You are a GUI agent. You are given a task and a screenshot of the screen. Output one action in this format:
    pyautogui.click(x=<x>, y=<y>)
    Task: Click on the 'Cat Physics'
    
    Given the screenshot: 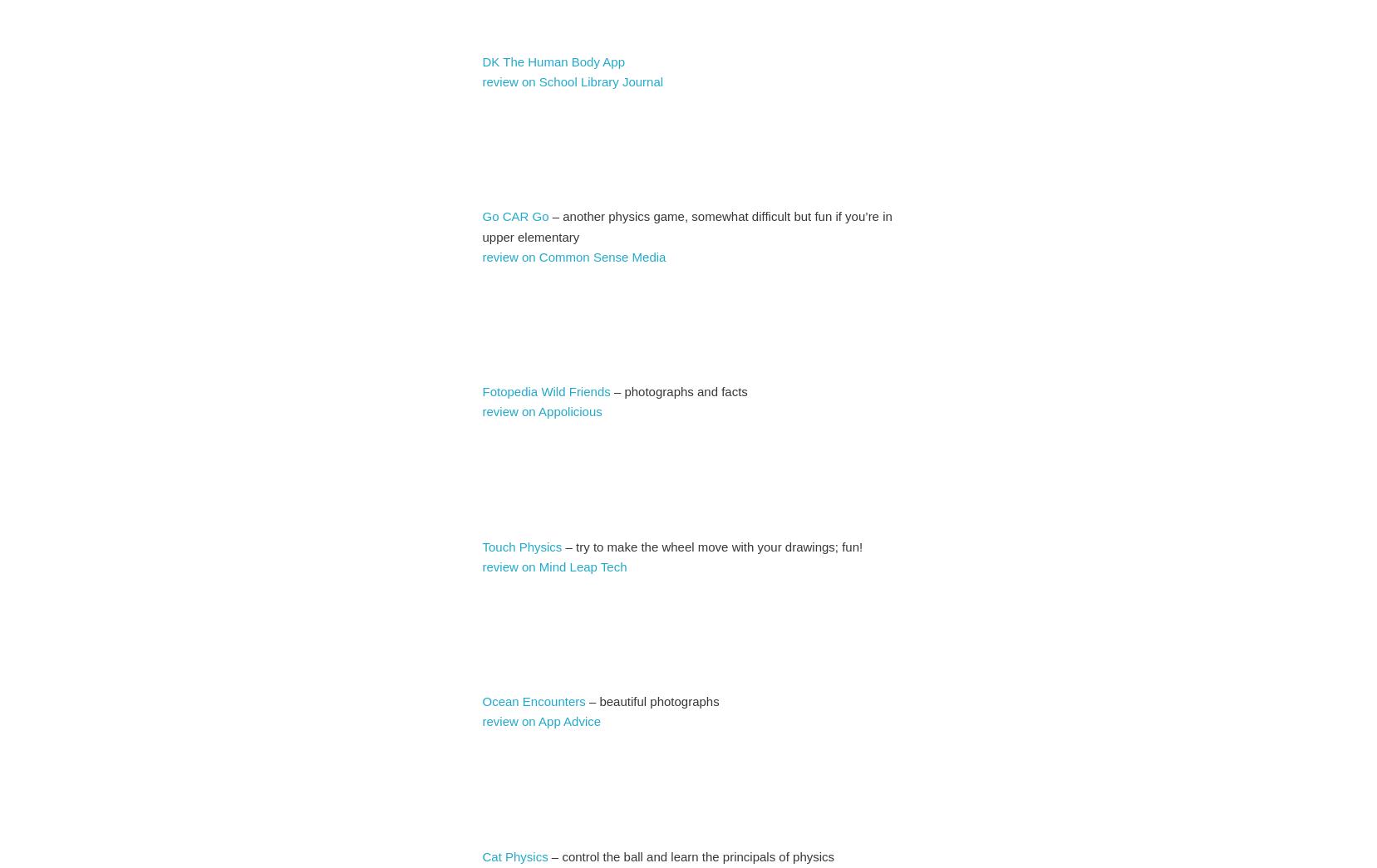 What is the action you would take?
    pyautogui.click(x=514, y=856)
    